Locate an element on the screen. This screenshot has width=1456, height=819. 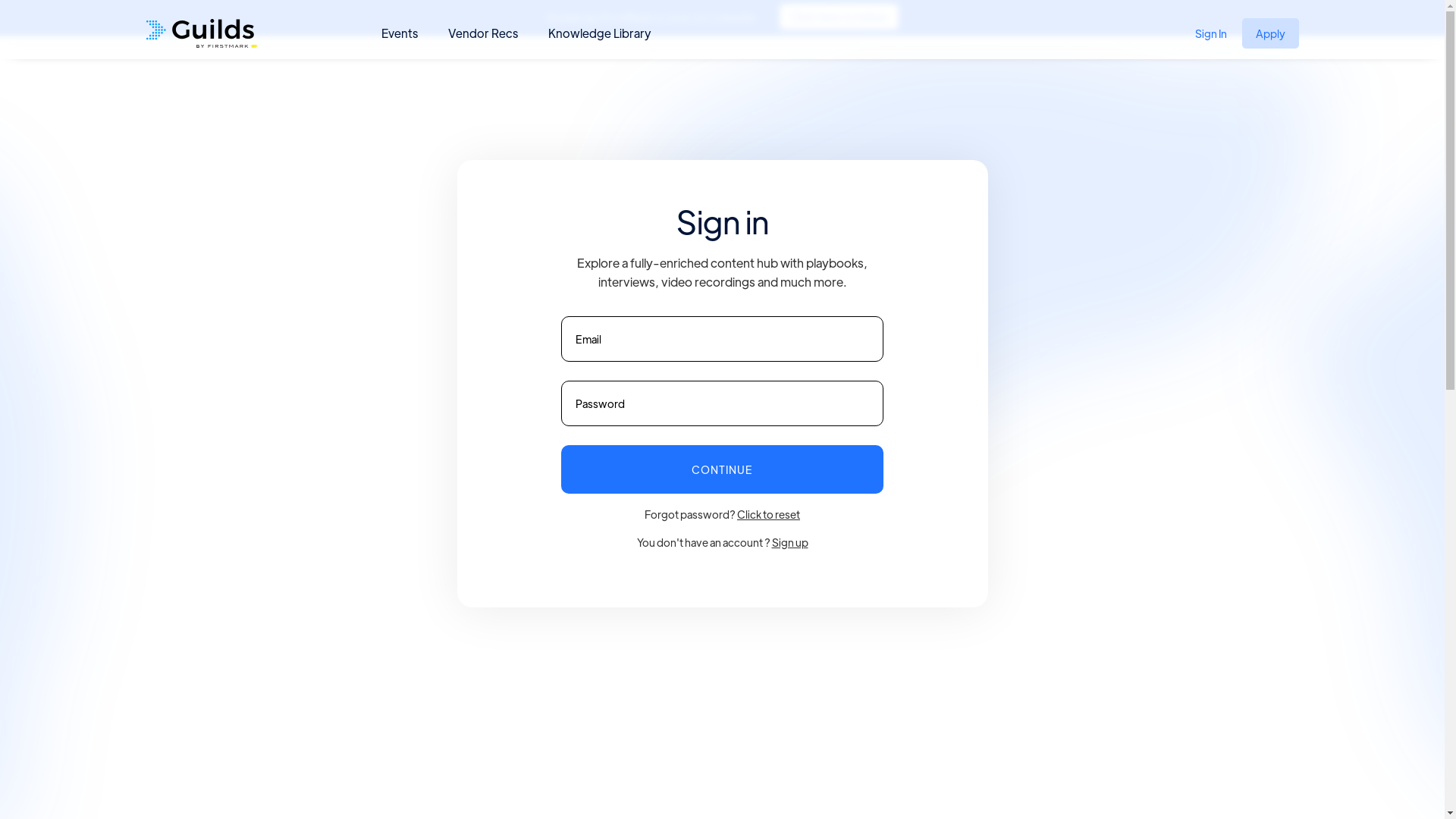
'Vendor Recs' is located at coordinates (481, 33).